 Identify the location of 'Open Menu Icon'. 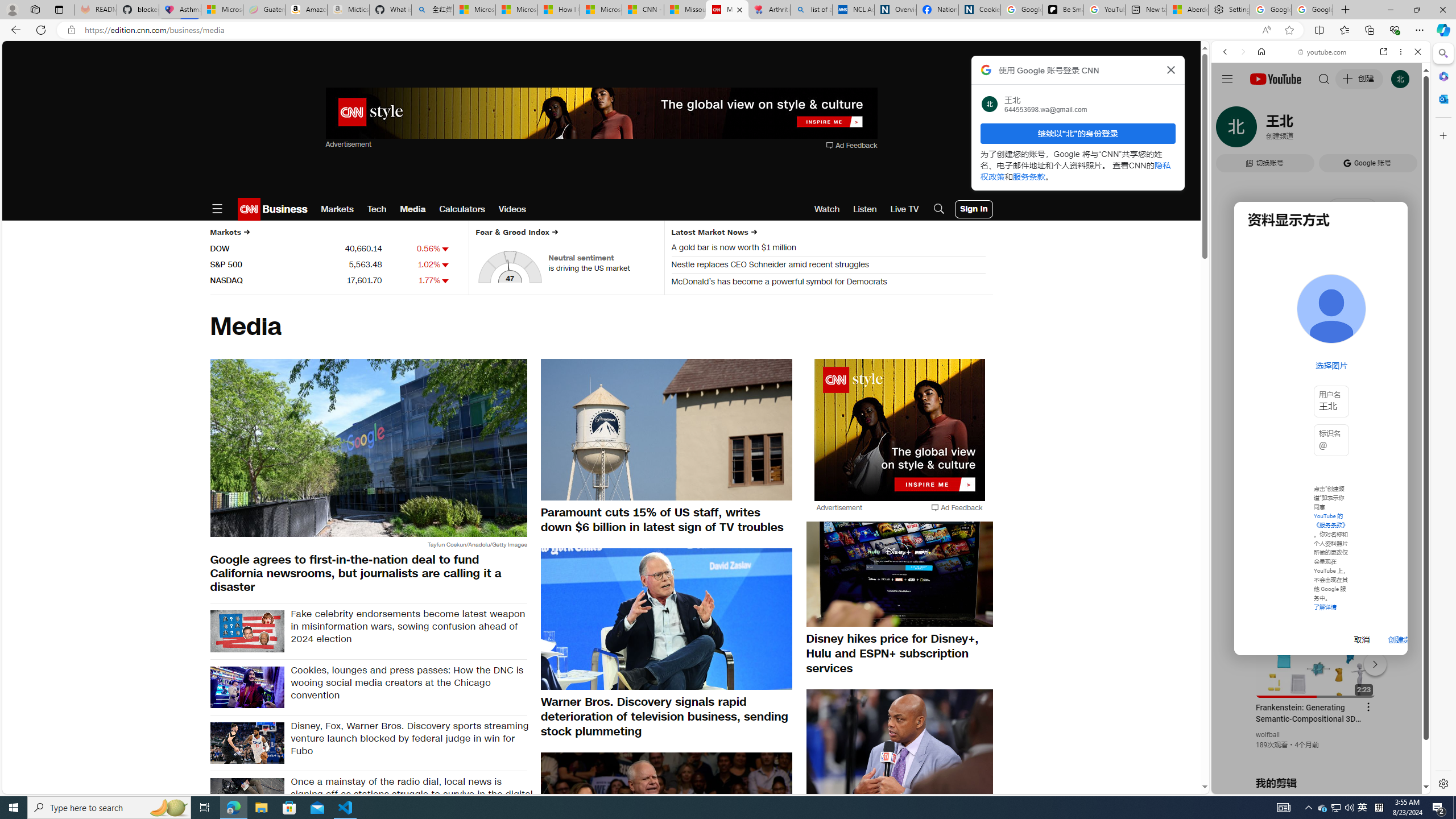
(216, 209).